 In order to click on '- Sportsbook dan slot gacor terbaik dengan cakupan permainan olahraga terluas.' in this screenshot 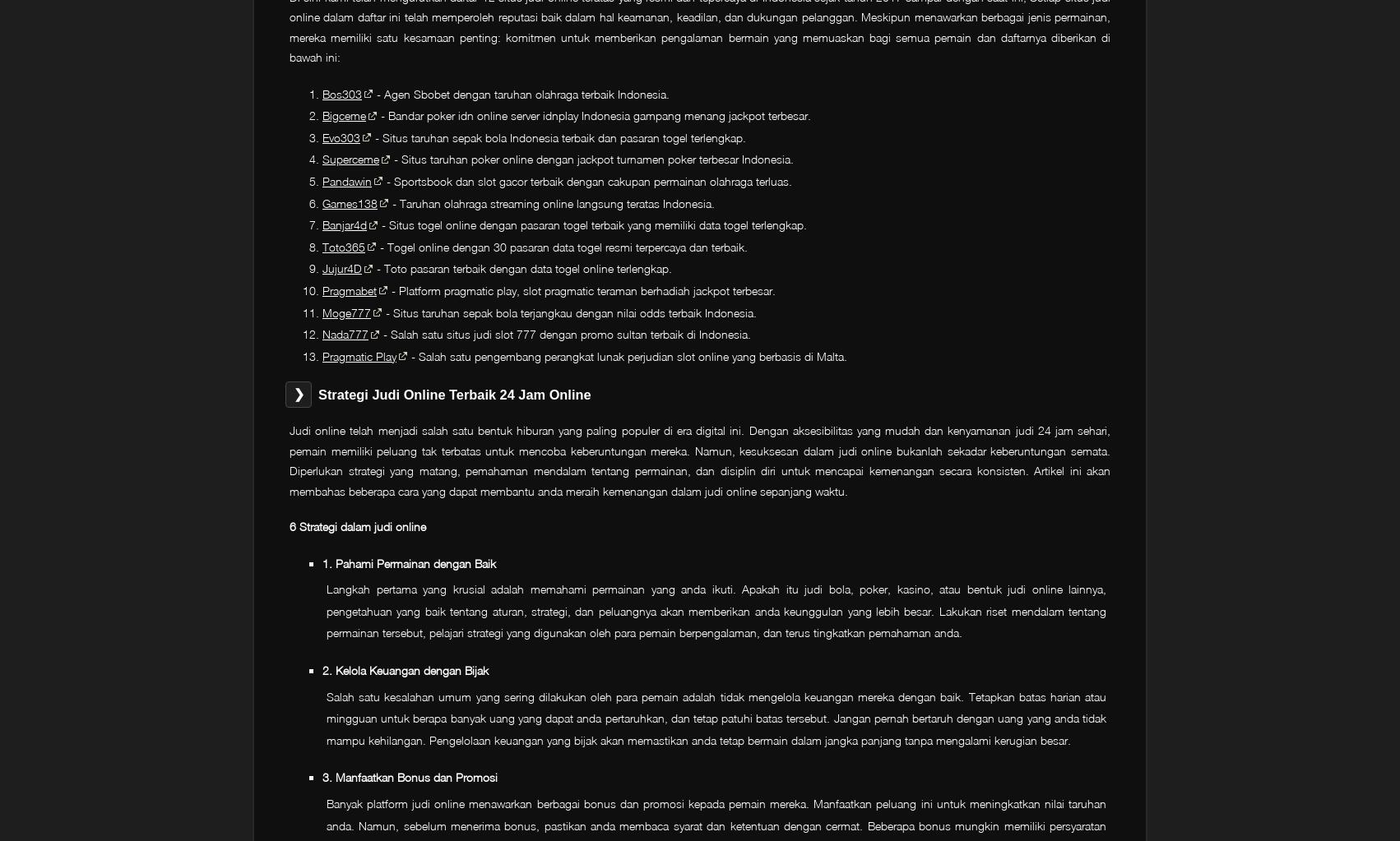, I will do `click(382, 179)`.